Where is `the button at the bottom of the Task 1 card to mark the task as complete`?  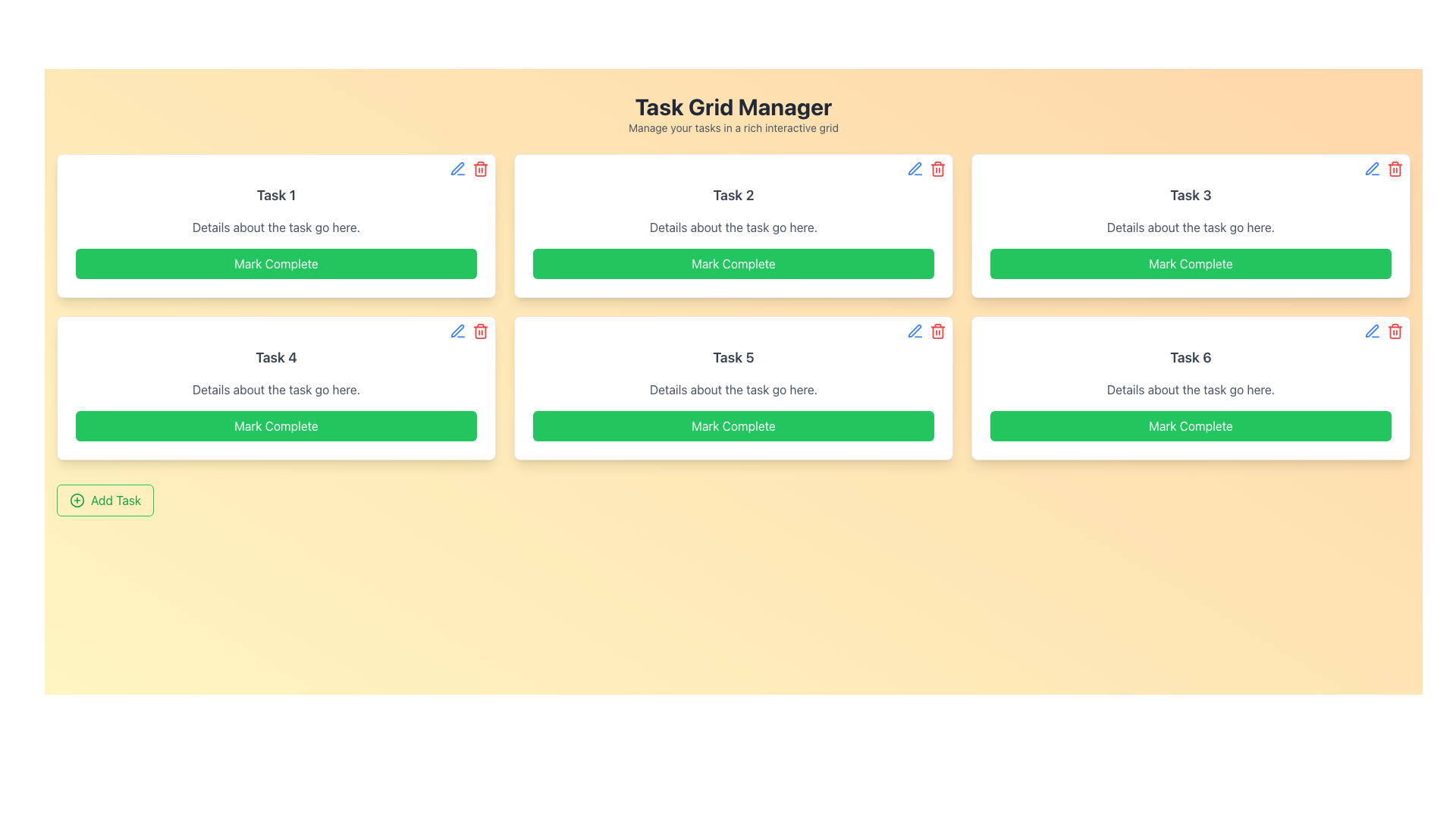
the button at the bottom of the Task 1 card to mark the task as complete is located at coordinates (276, 262).